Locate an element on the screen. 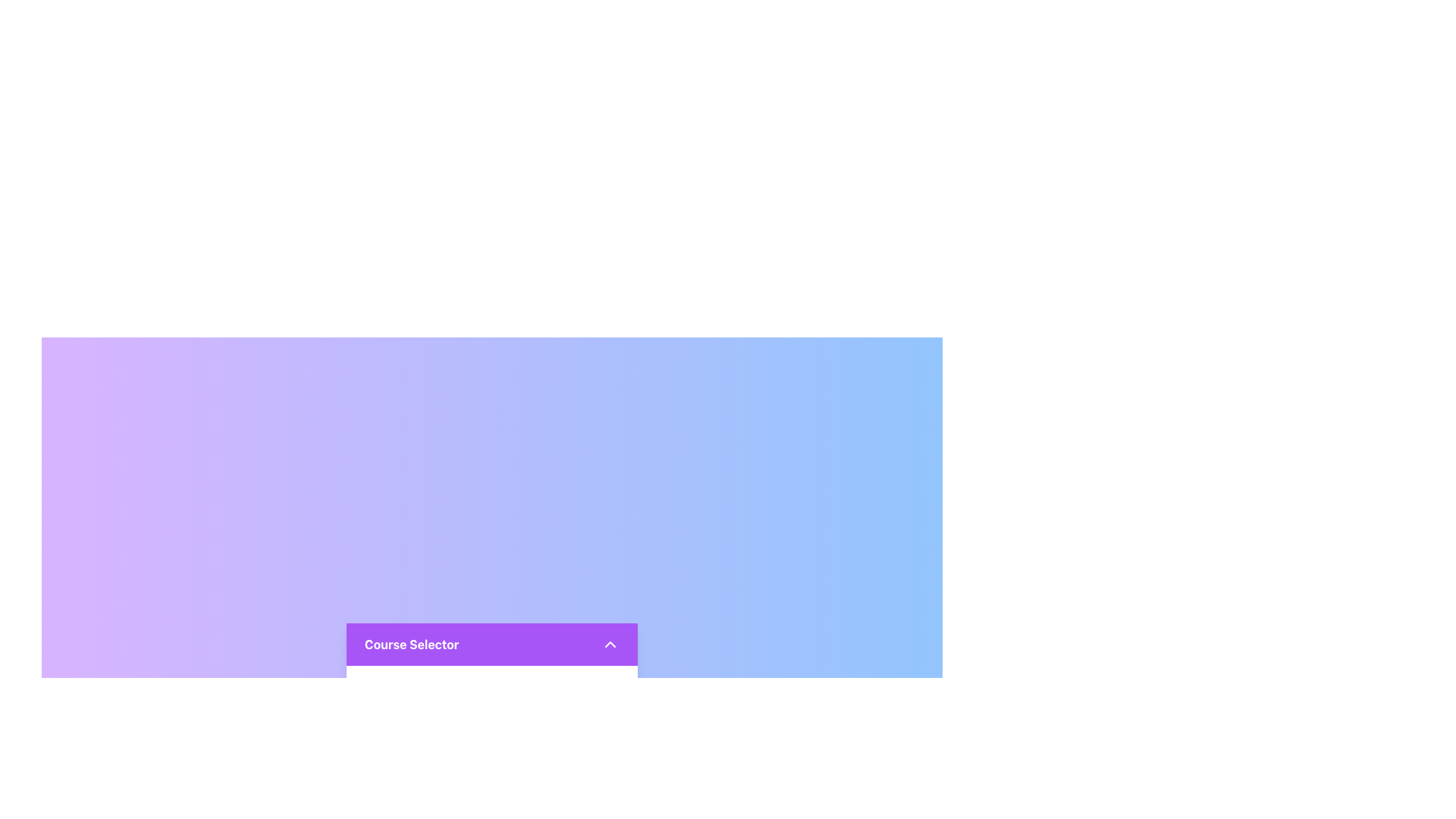 This screenshot has width=1456, height=819. the 'Course Selector' text label displayed in bold font style, located within a purple background area on the left side of the horizontal bar is located at coordinates (412, 644).